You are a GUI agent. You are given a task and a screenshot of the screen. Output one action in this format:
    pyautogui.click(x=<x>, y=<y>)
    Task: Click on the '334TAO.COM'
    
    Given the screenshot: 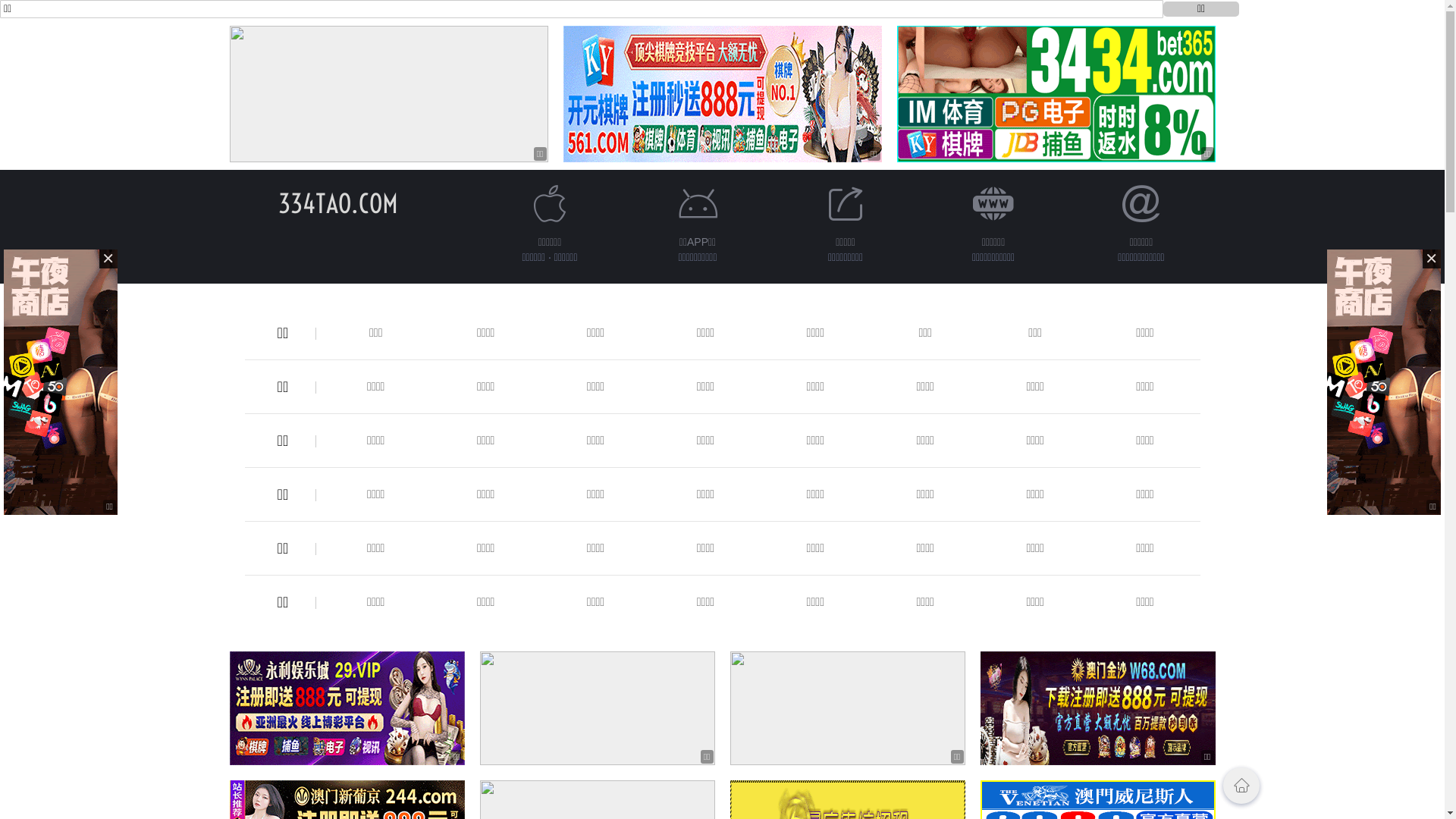 What is the action you would take?
    pyautogui.click(x=337, y=202)
    